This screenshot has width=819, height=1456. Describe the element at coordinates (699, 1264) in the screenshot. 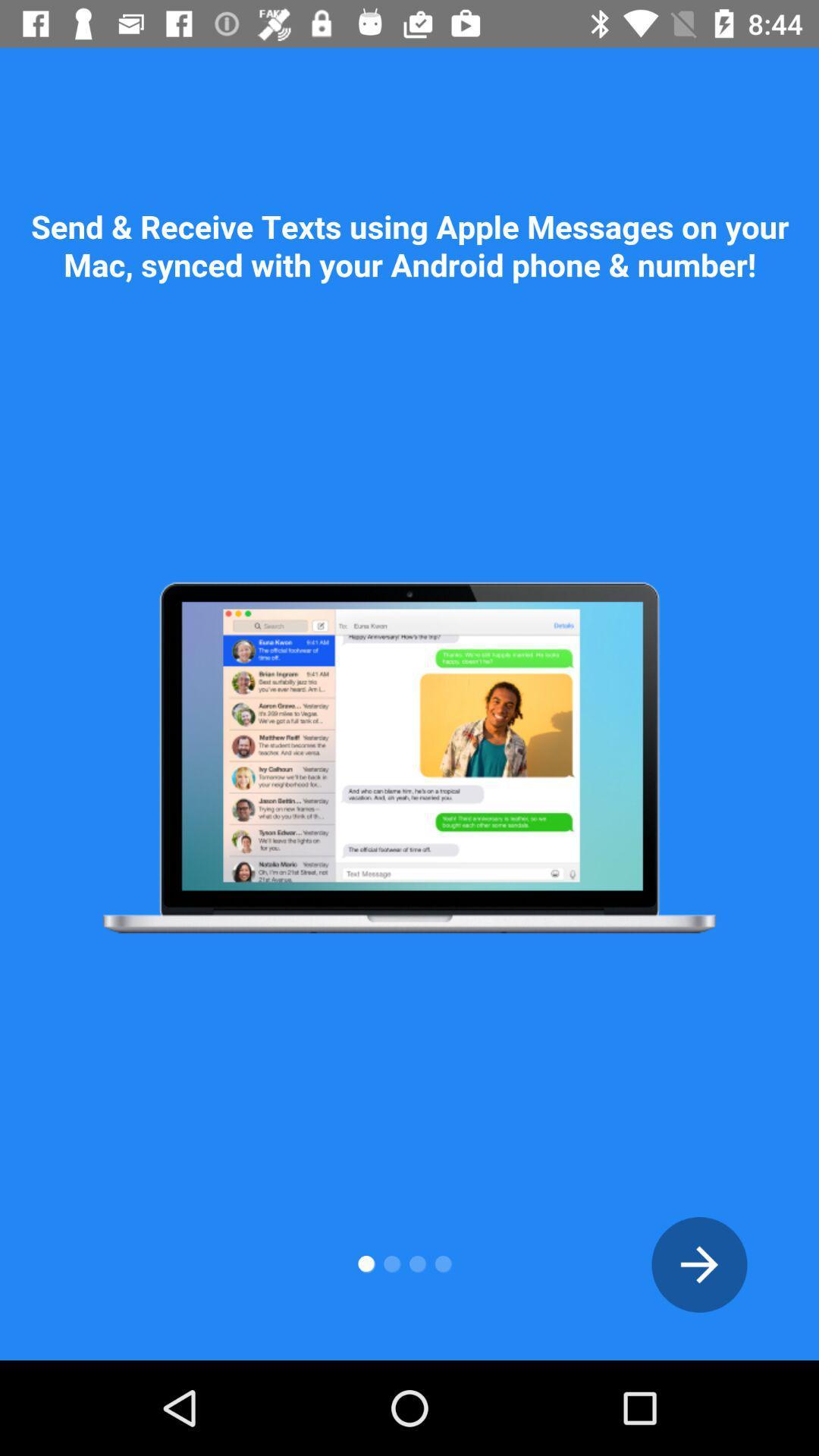

I see `back` at that location.